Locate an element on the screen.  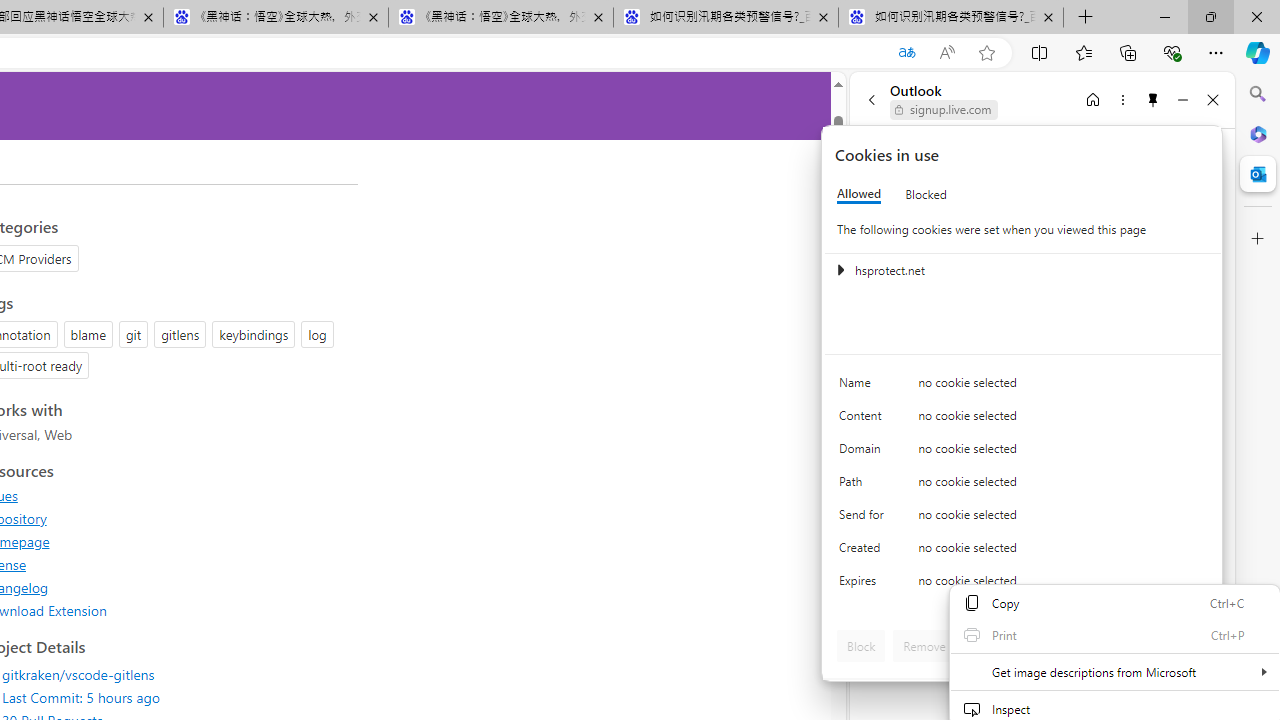
'Expires' is located at coordinates (865, 585).